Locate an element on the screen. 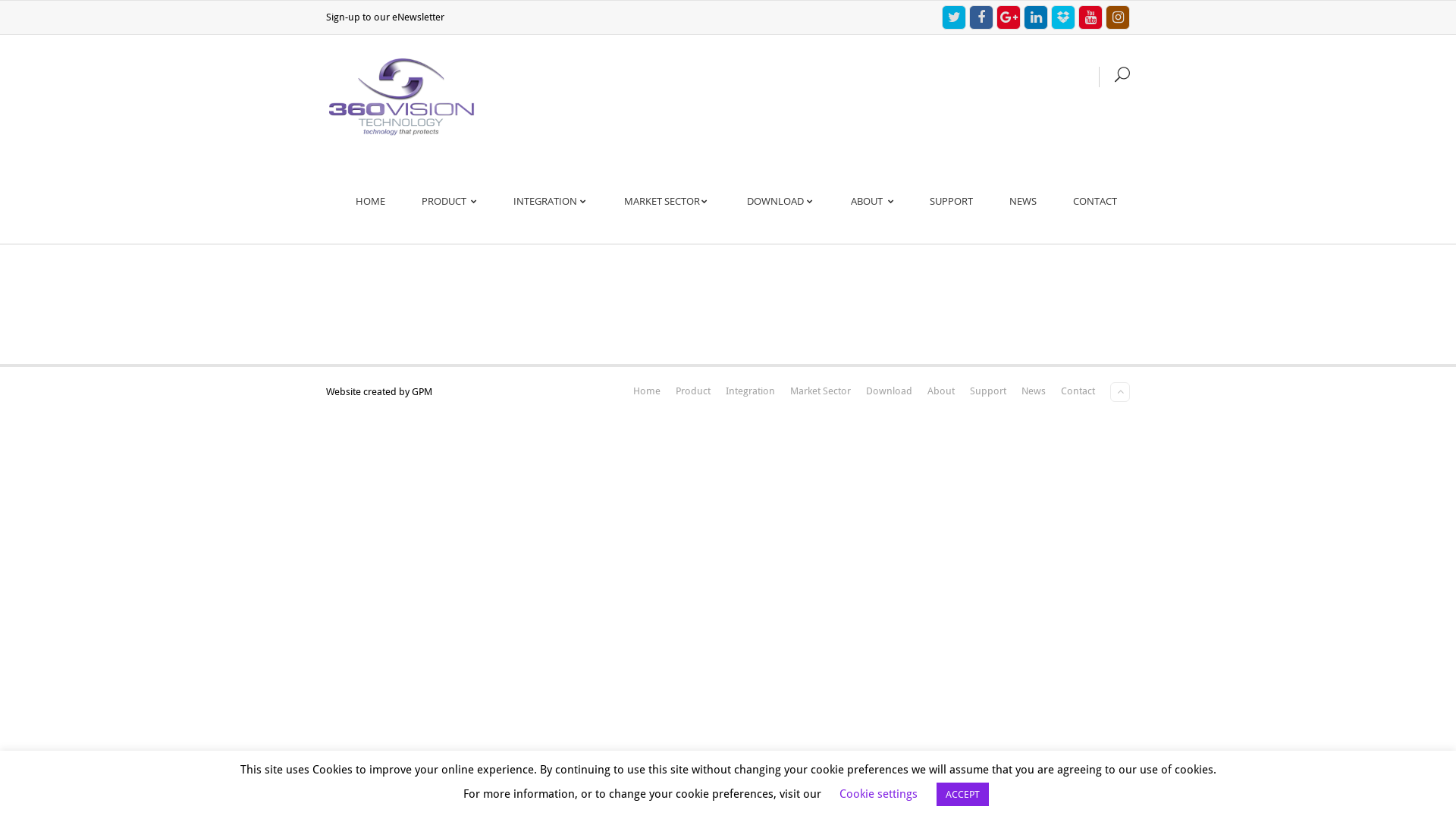 This screenshot has height=819, width=1456. 'News' is located at coordinates (1033, 390).